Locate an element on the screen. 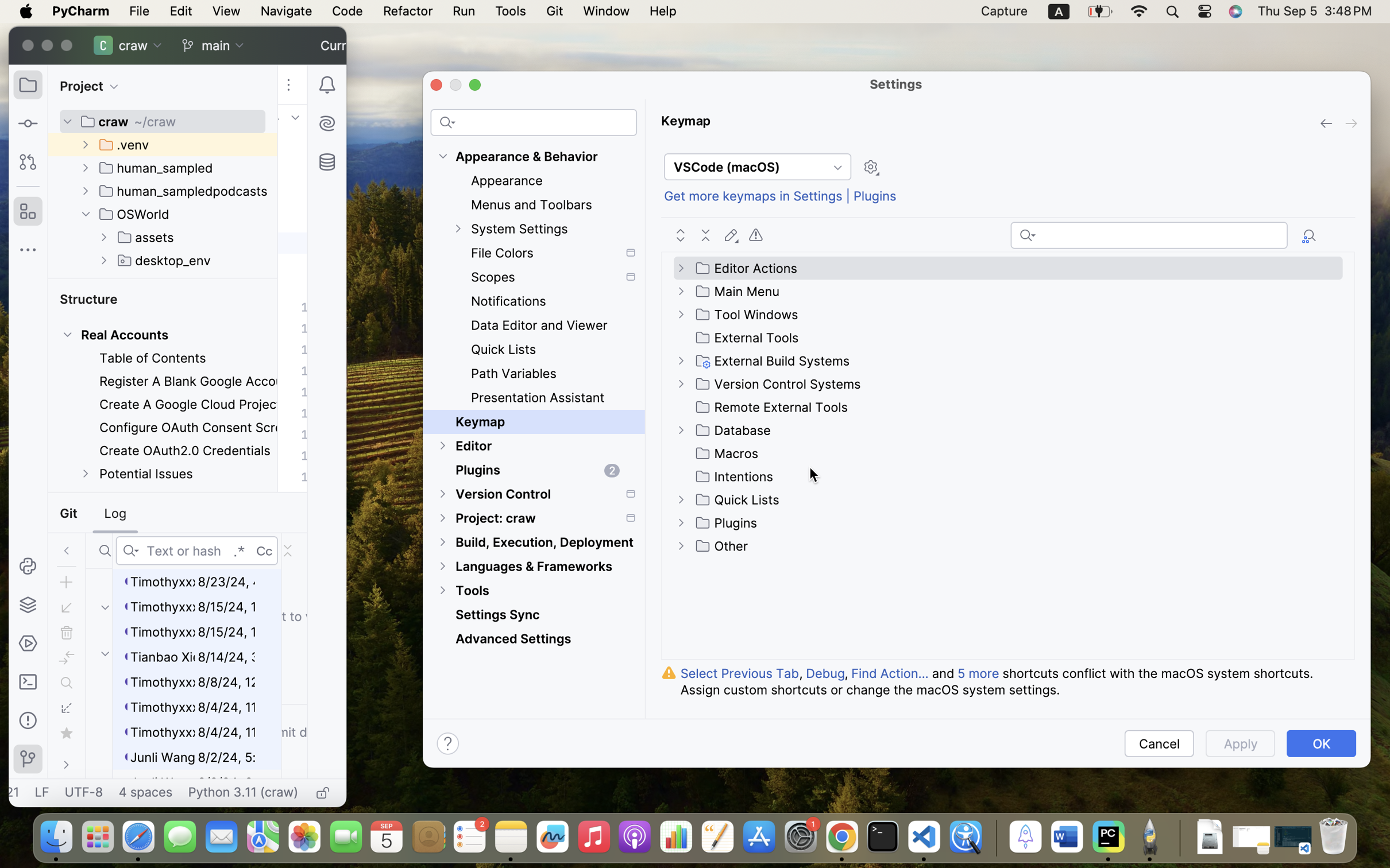  'VSCode (macOS)' is located at coordinates (757, 166).